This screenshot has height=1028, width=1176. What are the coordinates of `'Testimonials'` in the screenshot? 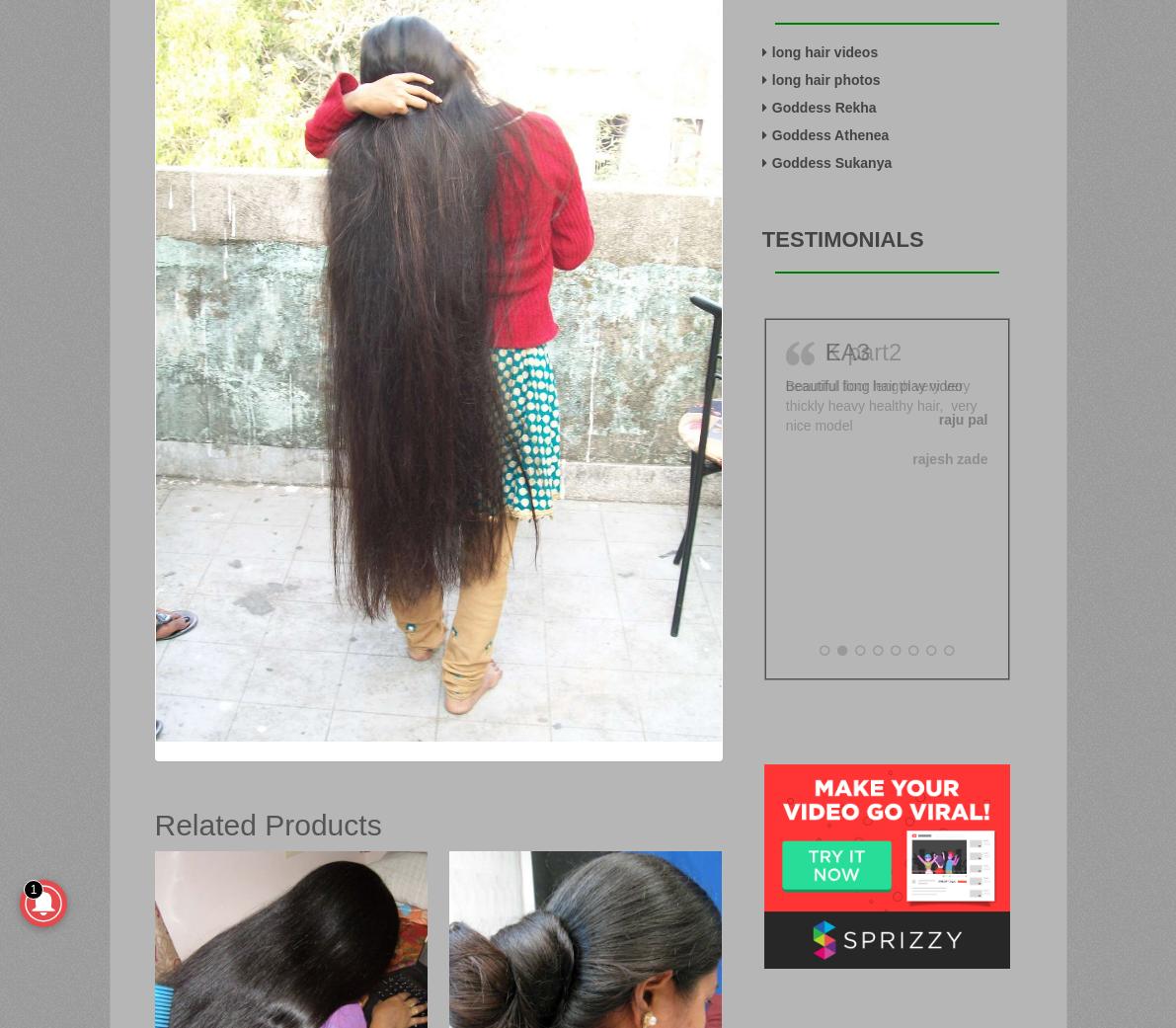 It's located at (841, 238).